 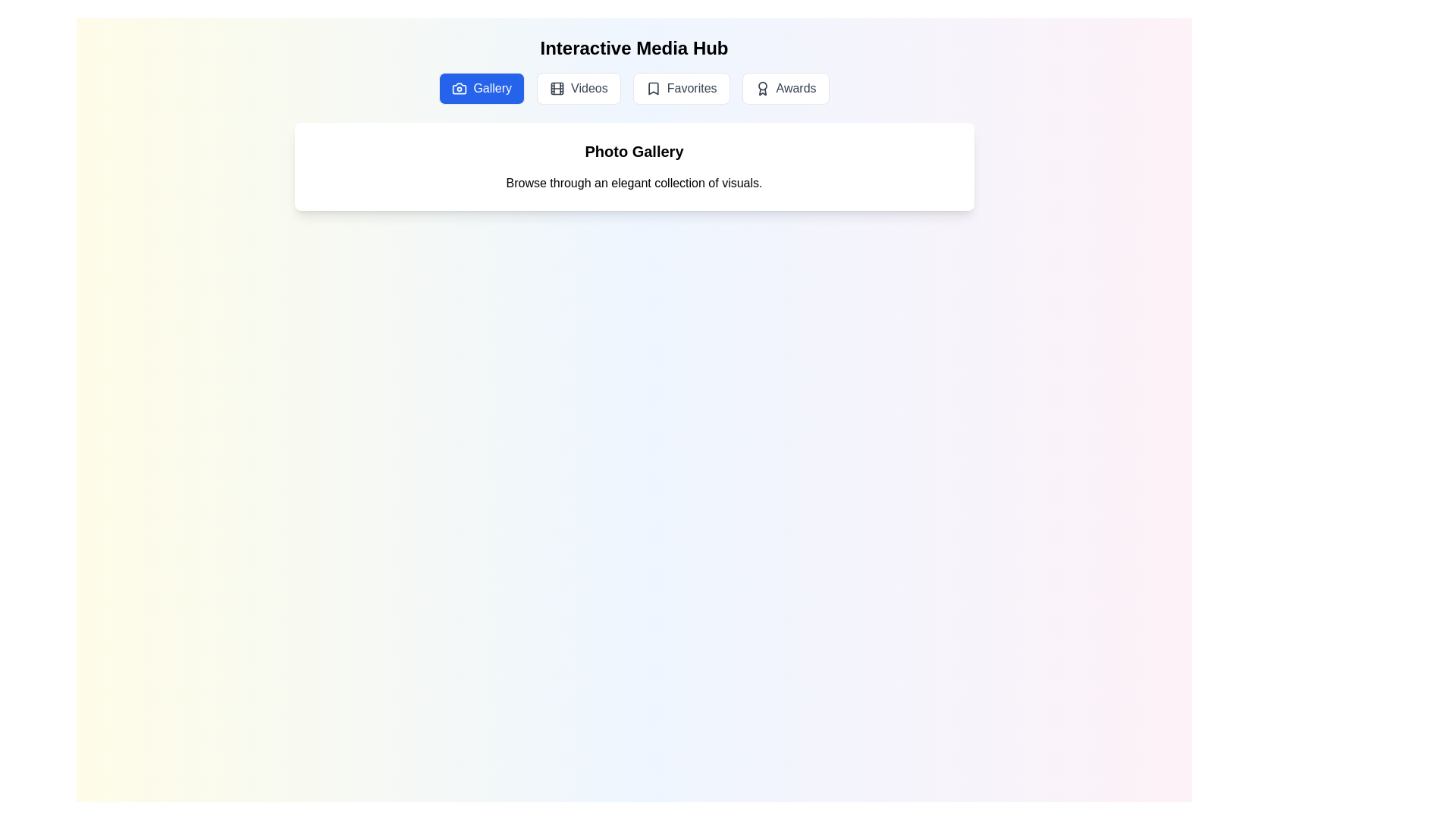 I want to click on the gallery icon located to the left of the 'Gallery' text in the button group at the top of the page, so click(x=459, y=88).